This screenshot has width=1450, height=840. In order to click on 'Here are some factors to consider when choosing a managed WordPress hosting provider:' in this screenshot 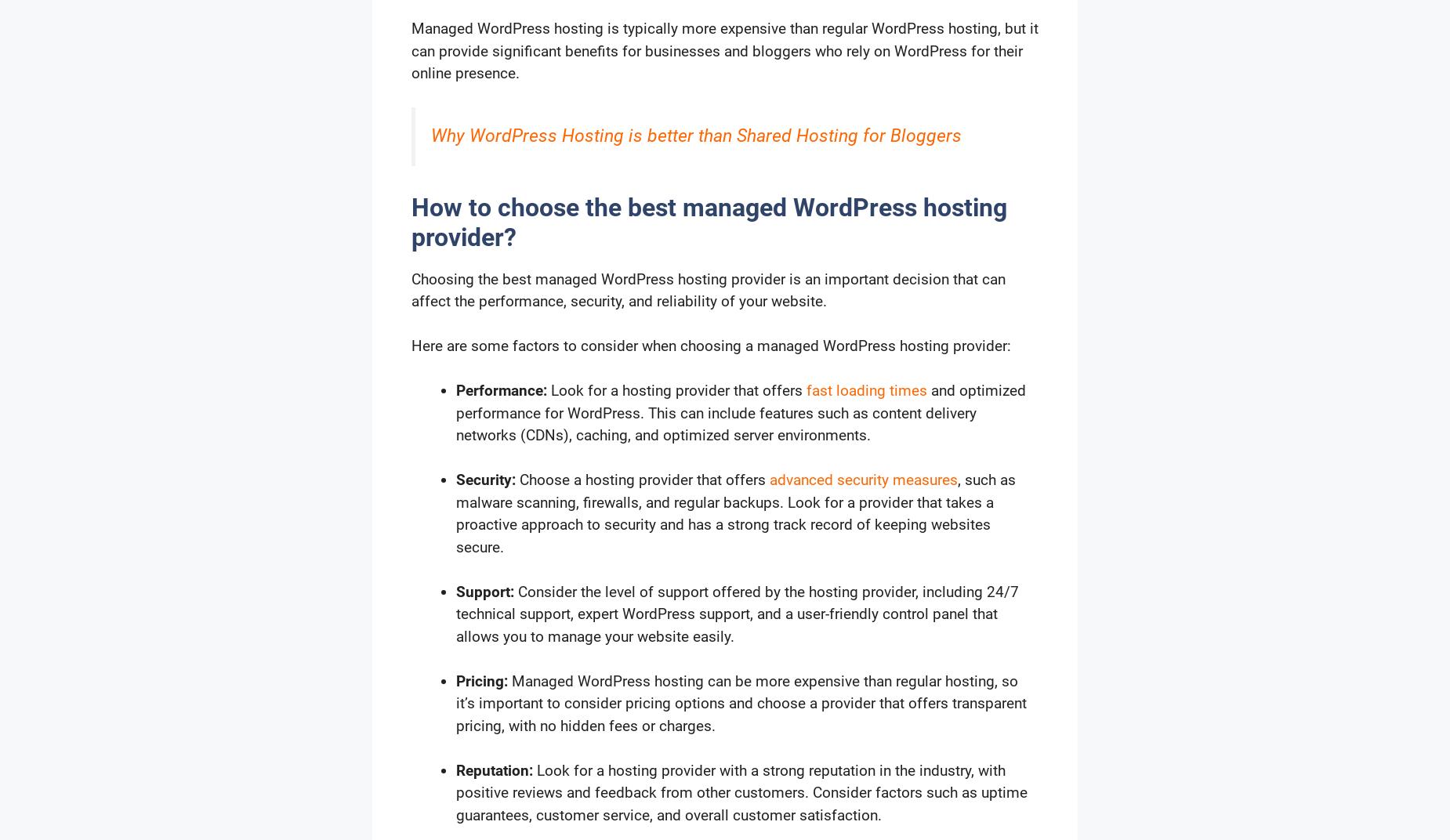, I will do `click(711, 345)`.